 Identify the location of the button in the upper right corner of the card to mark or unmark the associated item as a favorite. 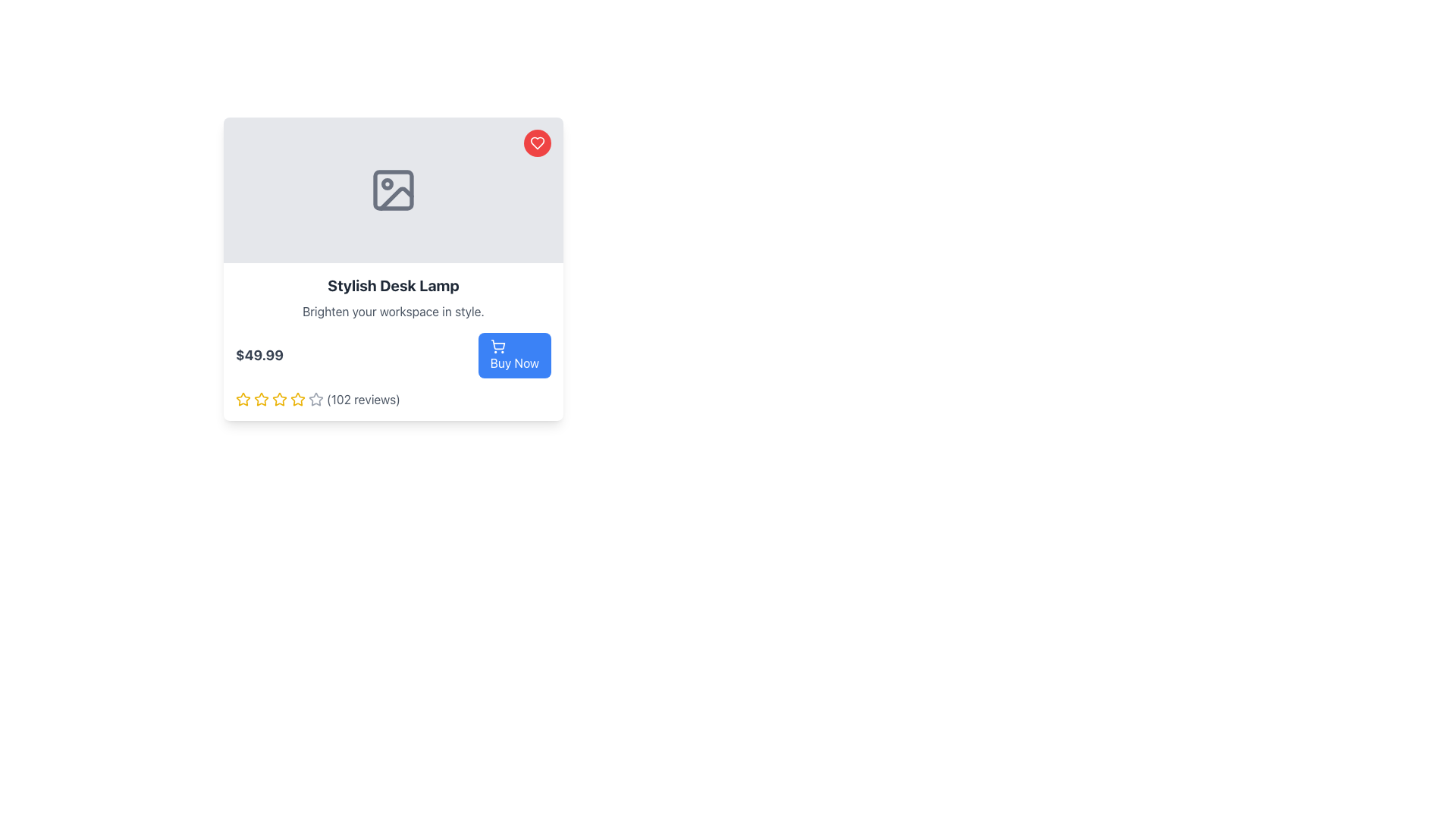
(538, 143).